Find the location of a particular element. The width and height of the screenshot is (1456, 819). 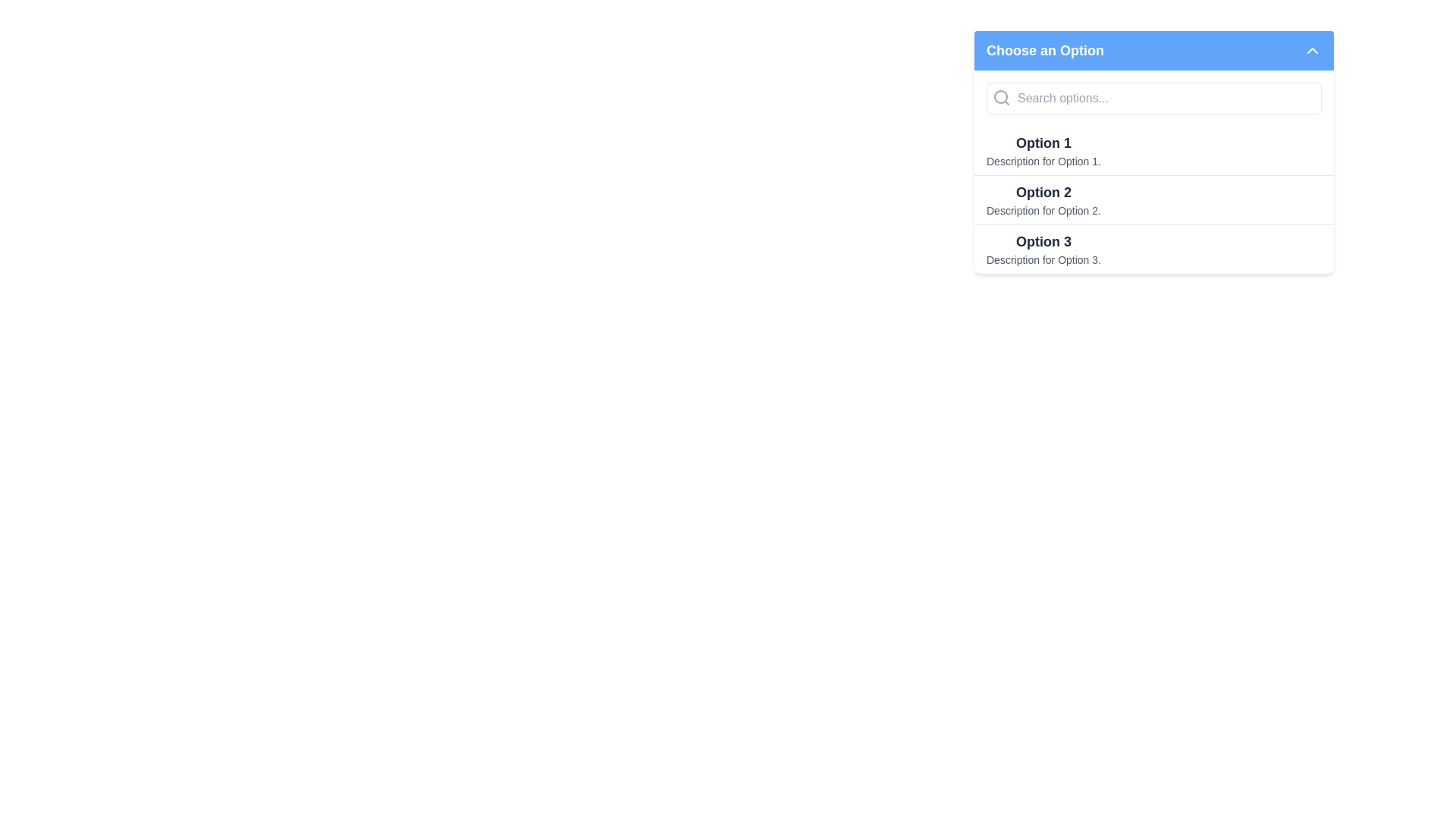

the third option in the dropdown menu labeled 'Choose an Option' is located at coordinates (1153, 247).